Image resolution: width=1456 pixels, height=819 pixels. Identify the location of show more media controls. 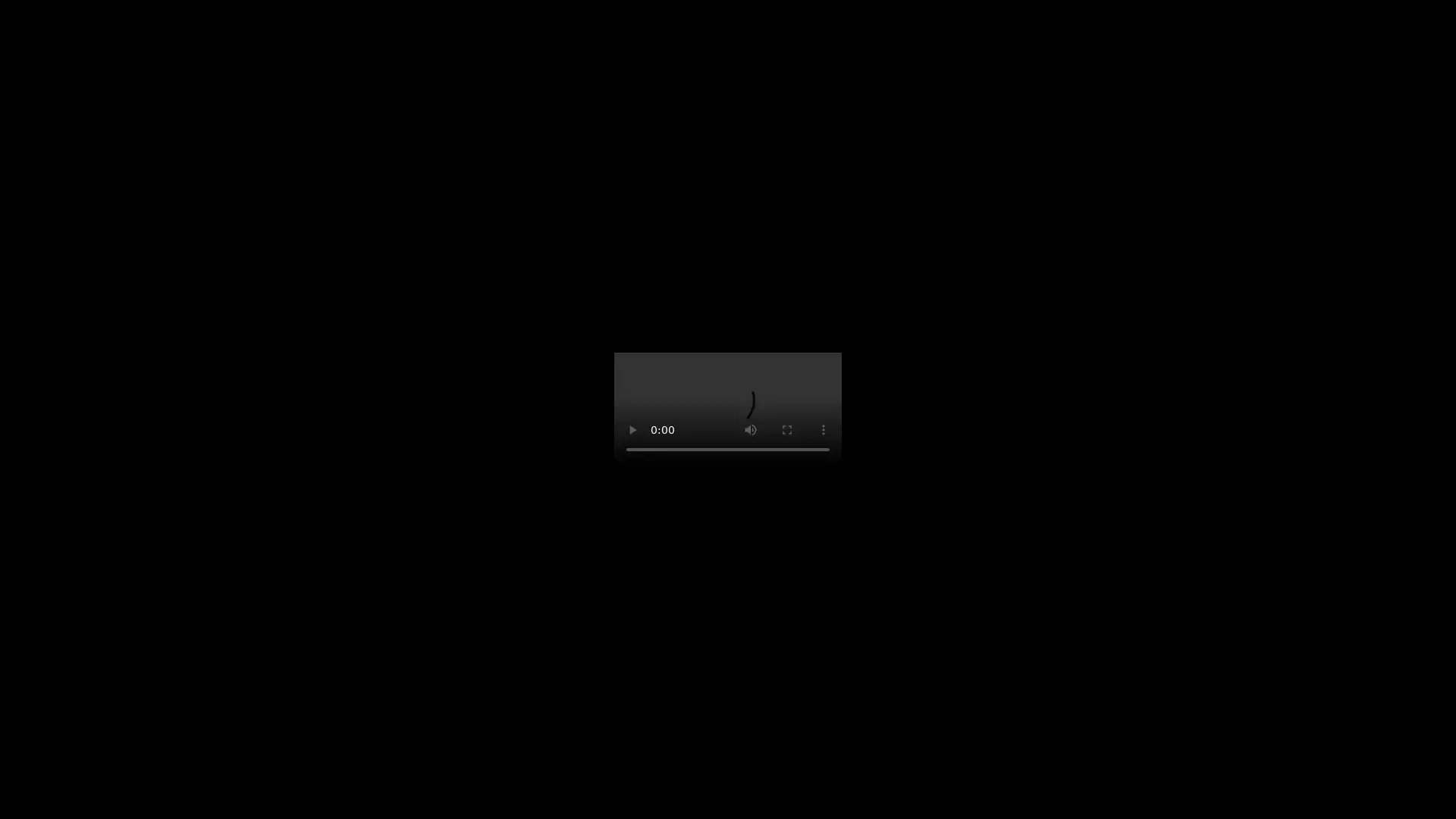
(822, 430).